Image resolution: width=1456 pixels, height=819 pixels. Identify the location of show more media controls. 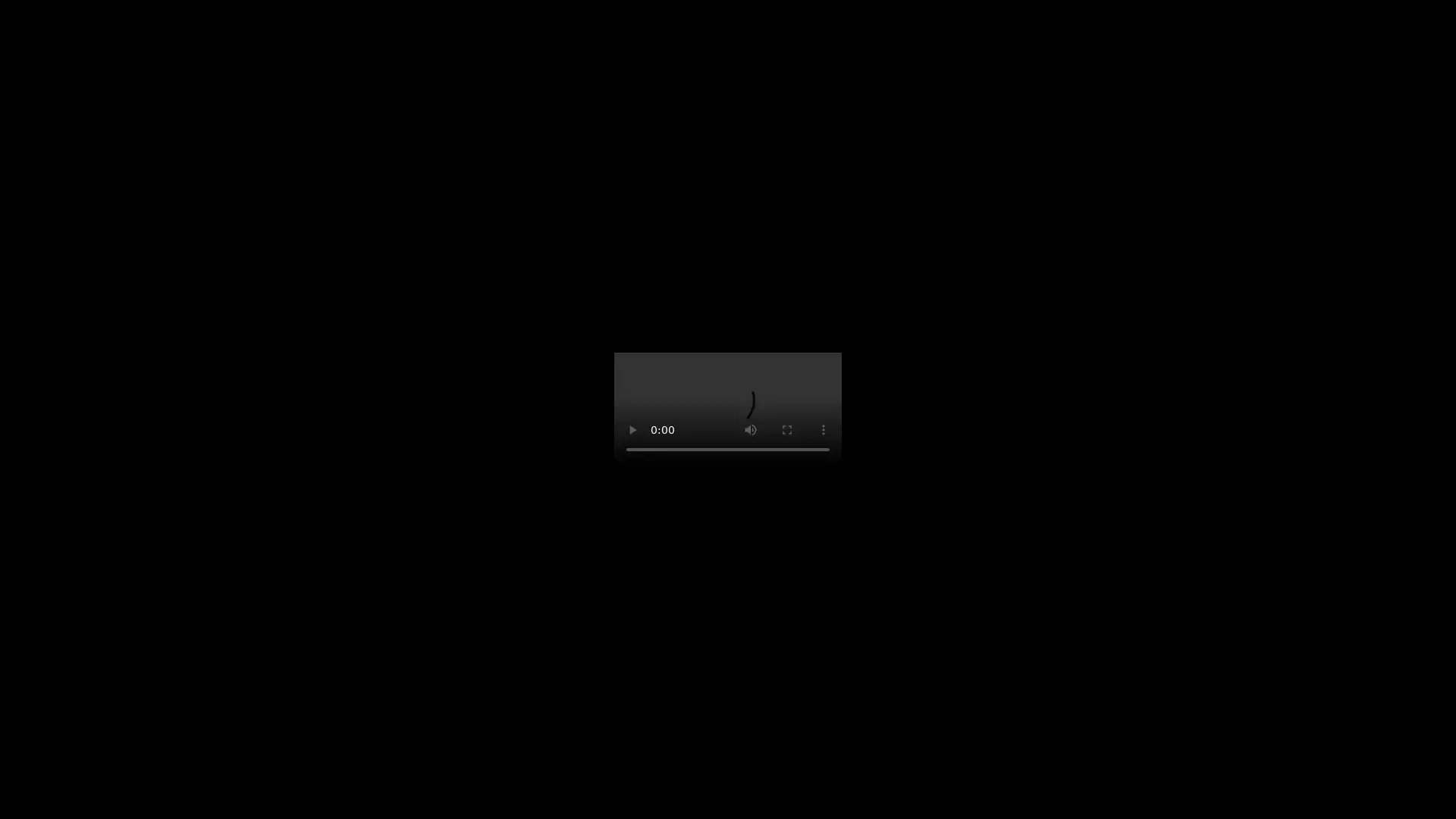
(822, 430).